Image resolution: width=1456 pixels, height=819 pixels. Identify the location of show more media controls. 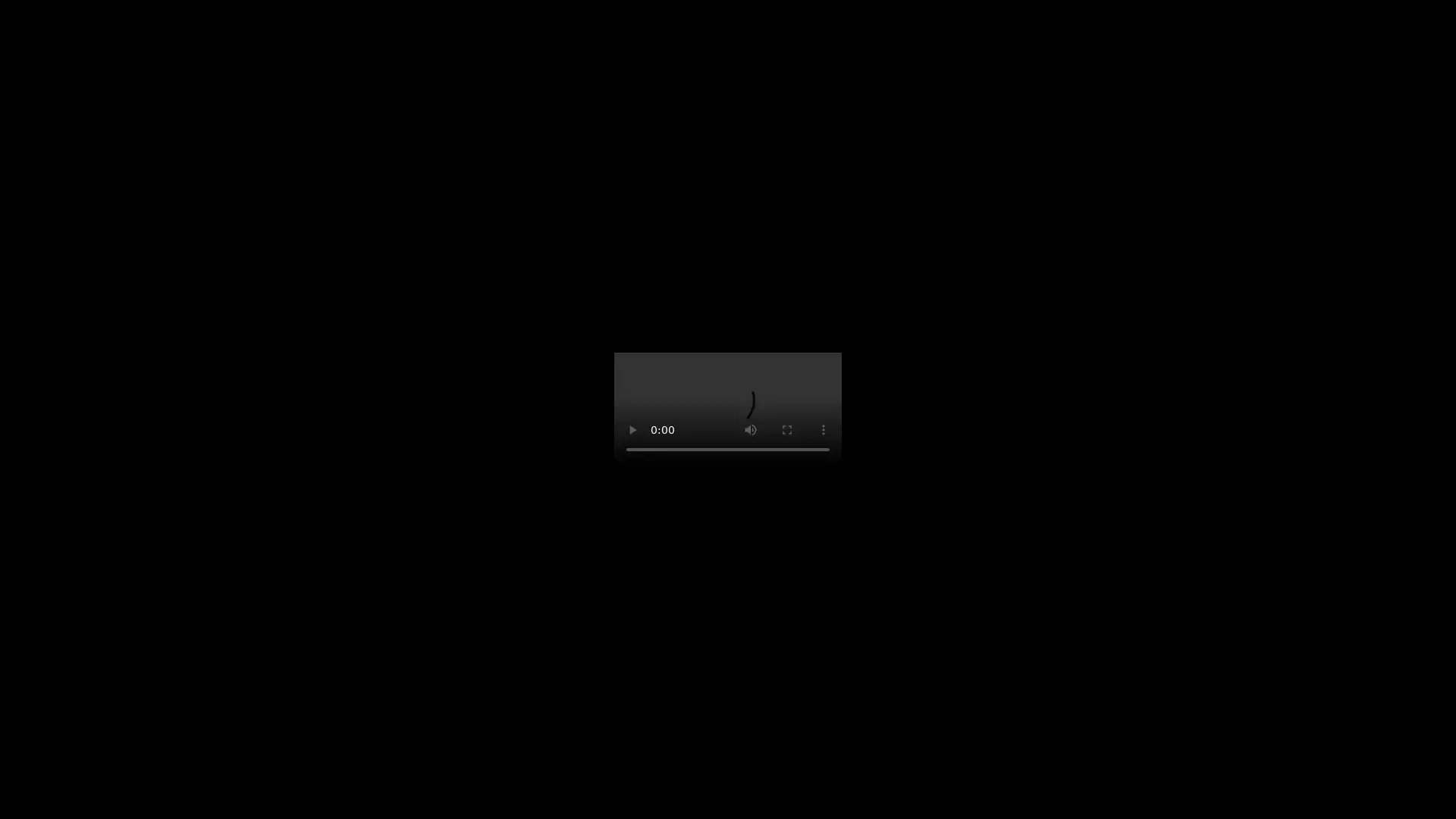
(822, 430).